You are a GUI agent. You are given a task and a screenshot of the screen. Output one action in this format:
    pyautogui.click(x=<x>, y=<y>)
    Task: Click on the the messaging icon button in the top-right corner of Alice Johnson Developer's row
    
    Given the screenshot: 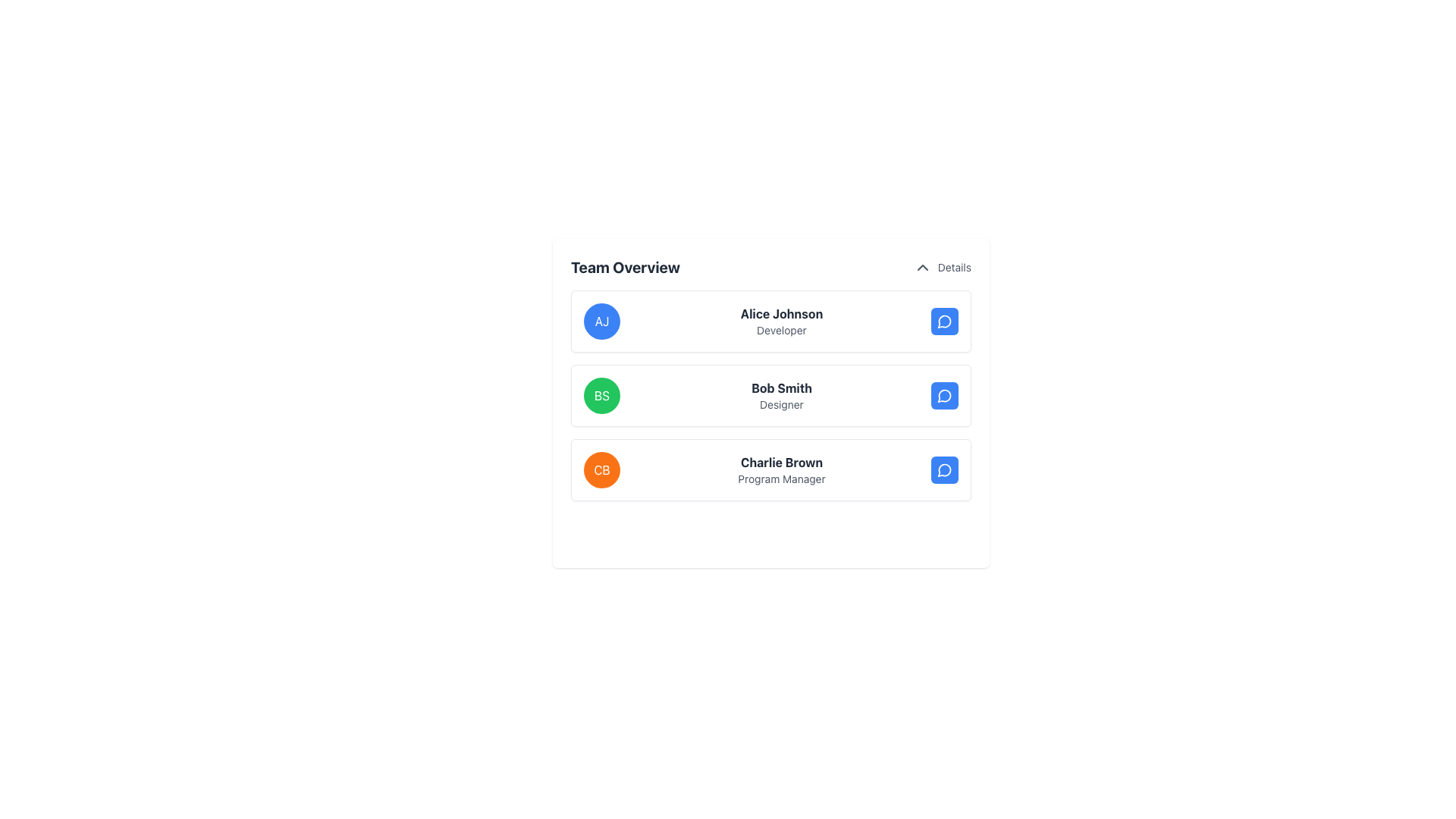 What is the action you would take?
    pyautogui.click(x=944, y=321)
    